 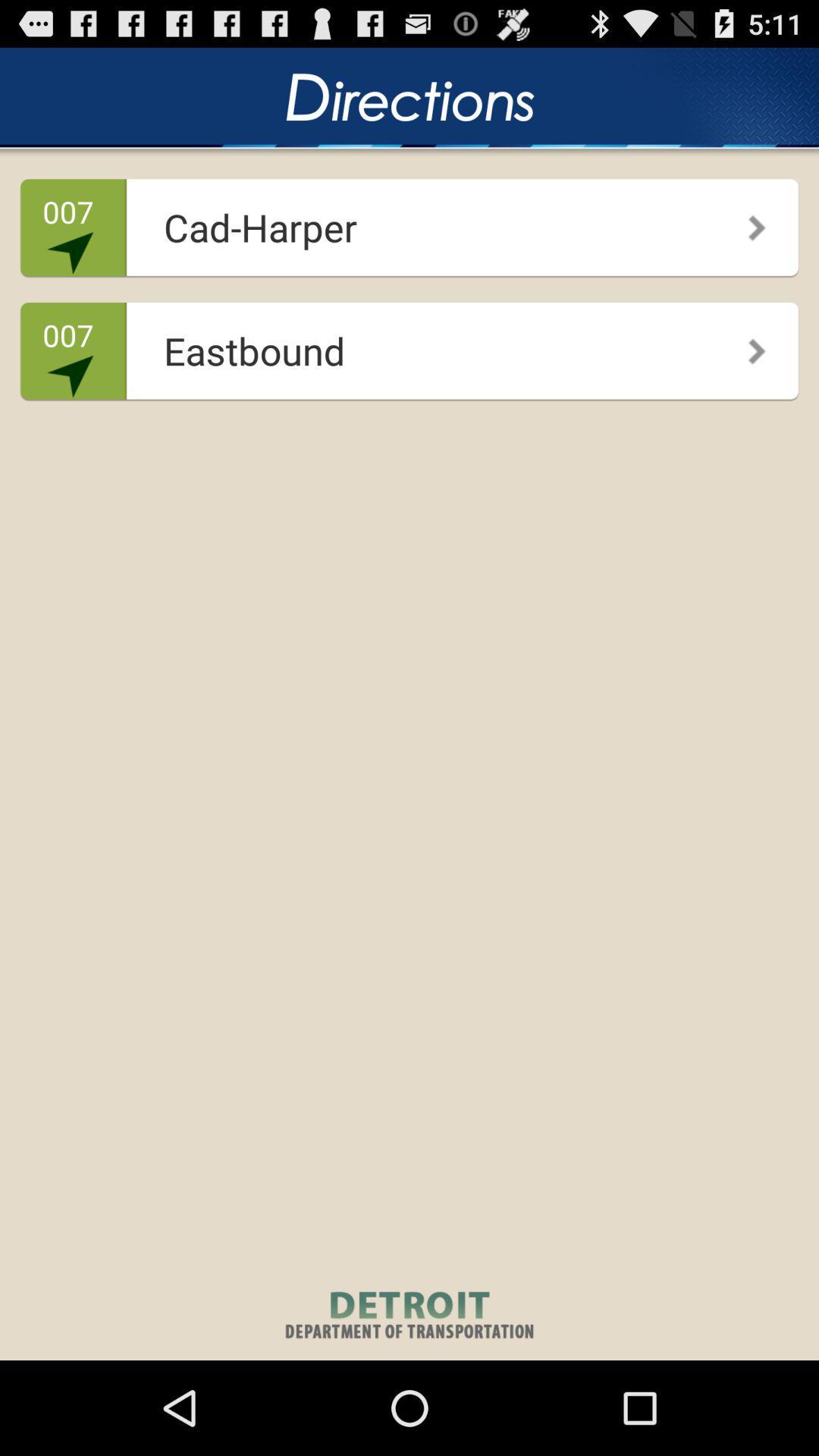 What do you see at coordinates (404, 221) in the screenshot?
I see `app next to 007 item` at bounding box center [404, 221].